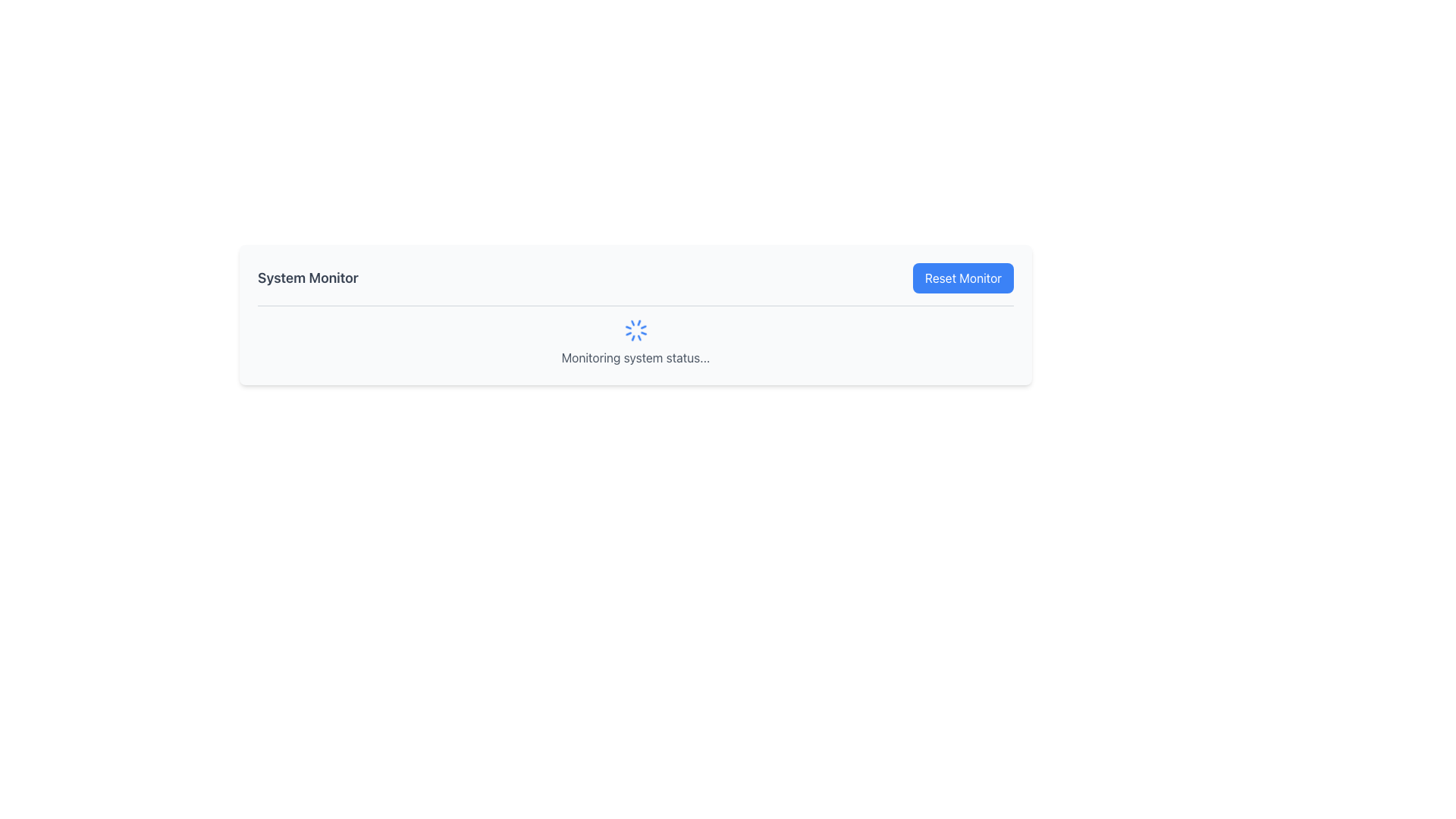  Describe the element at coordinates (307, 278) in the screenshot. I see `prominent 'System Monitor' text label, which is styled in dark gray and bold at the top-left of the panel` at that location.